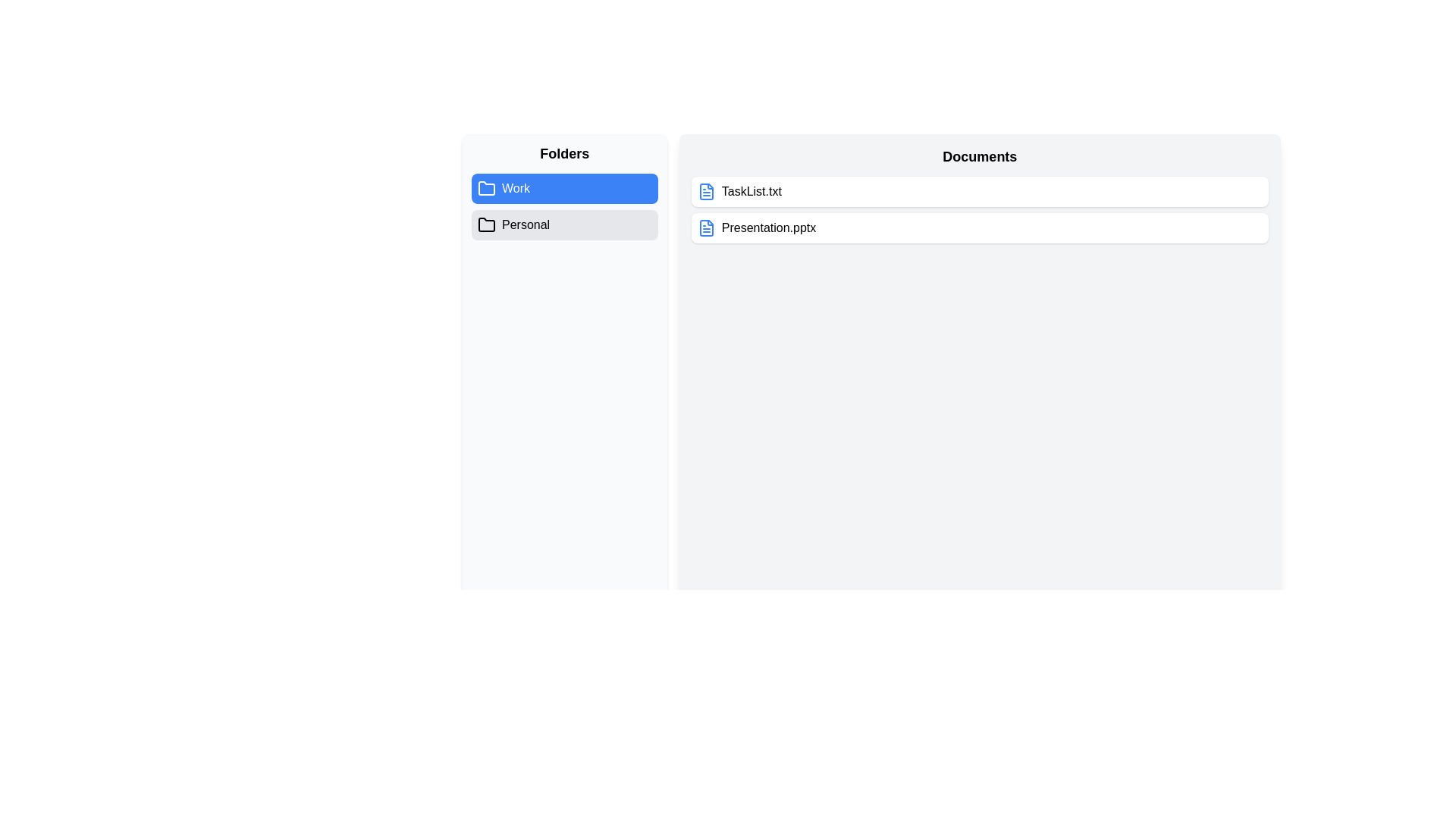 The height and width of the screenshot is (819, 1456). I want to click on the list item labeled 'TaskList.txt', so click(980, 191).